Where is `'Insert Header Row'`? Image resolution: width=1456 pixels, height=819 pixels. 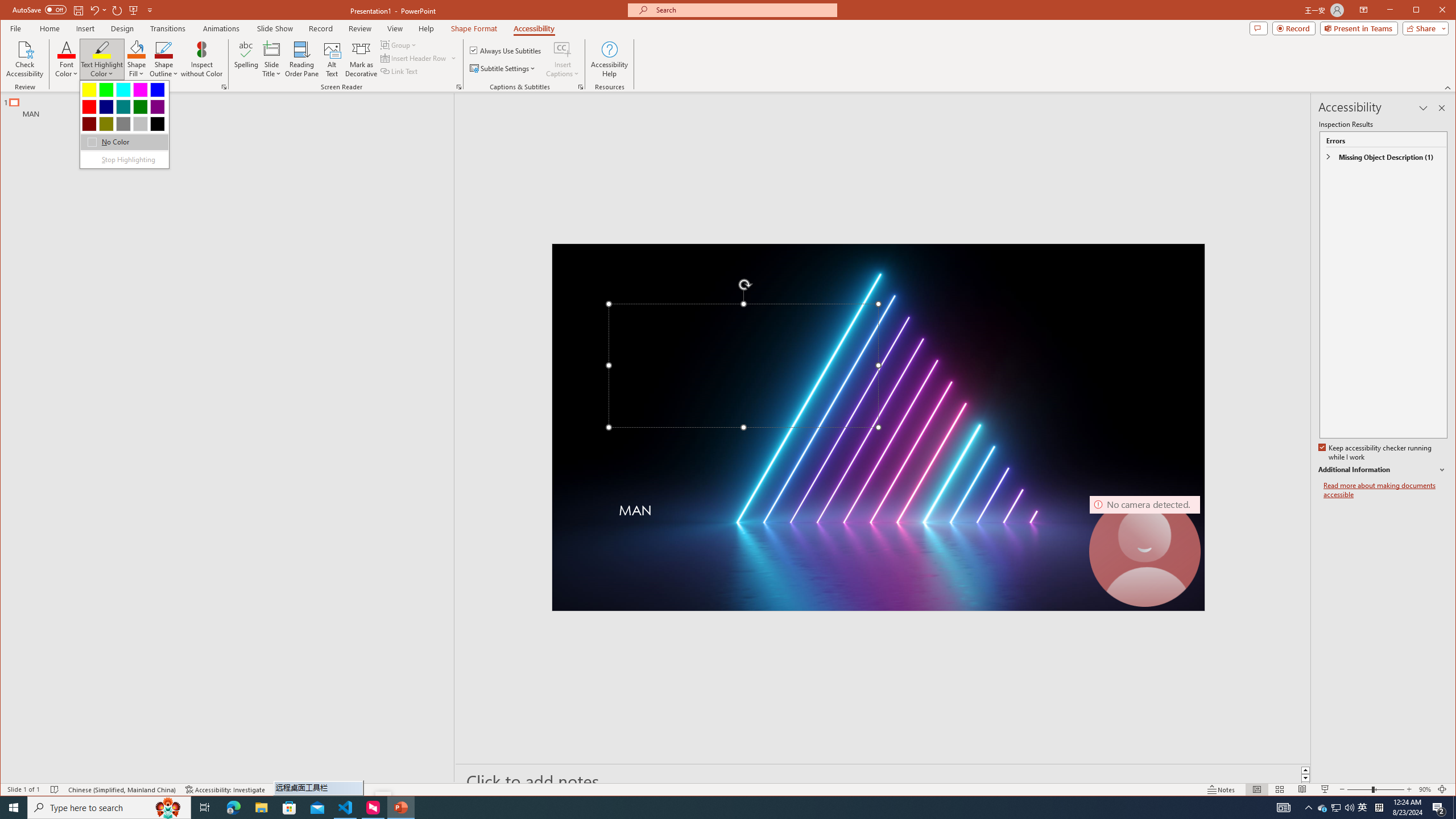
'Insert Header Row' is located at coordinates (413, 58).